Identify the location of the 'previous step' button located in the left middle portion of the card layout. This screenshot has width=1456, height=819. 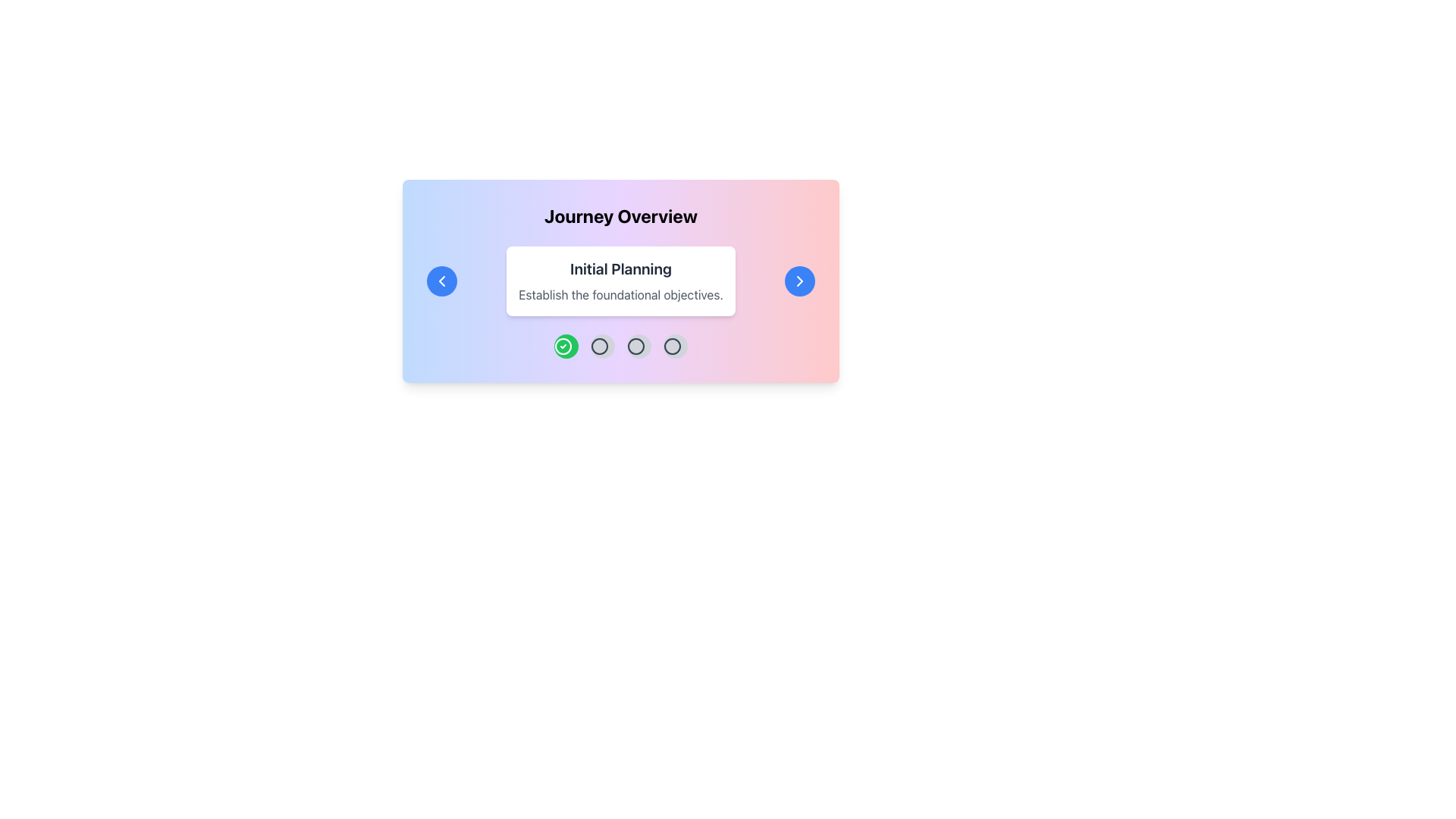
(441, 281).